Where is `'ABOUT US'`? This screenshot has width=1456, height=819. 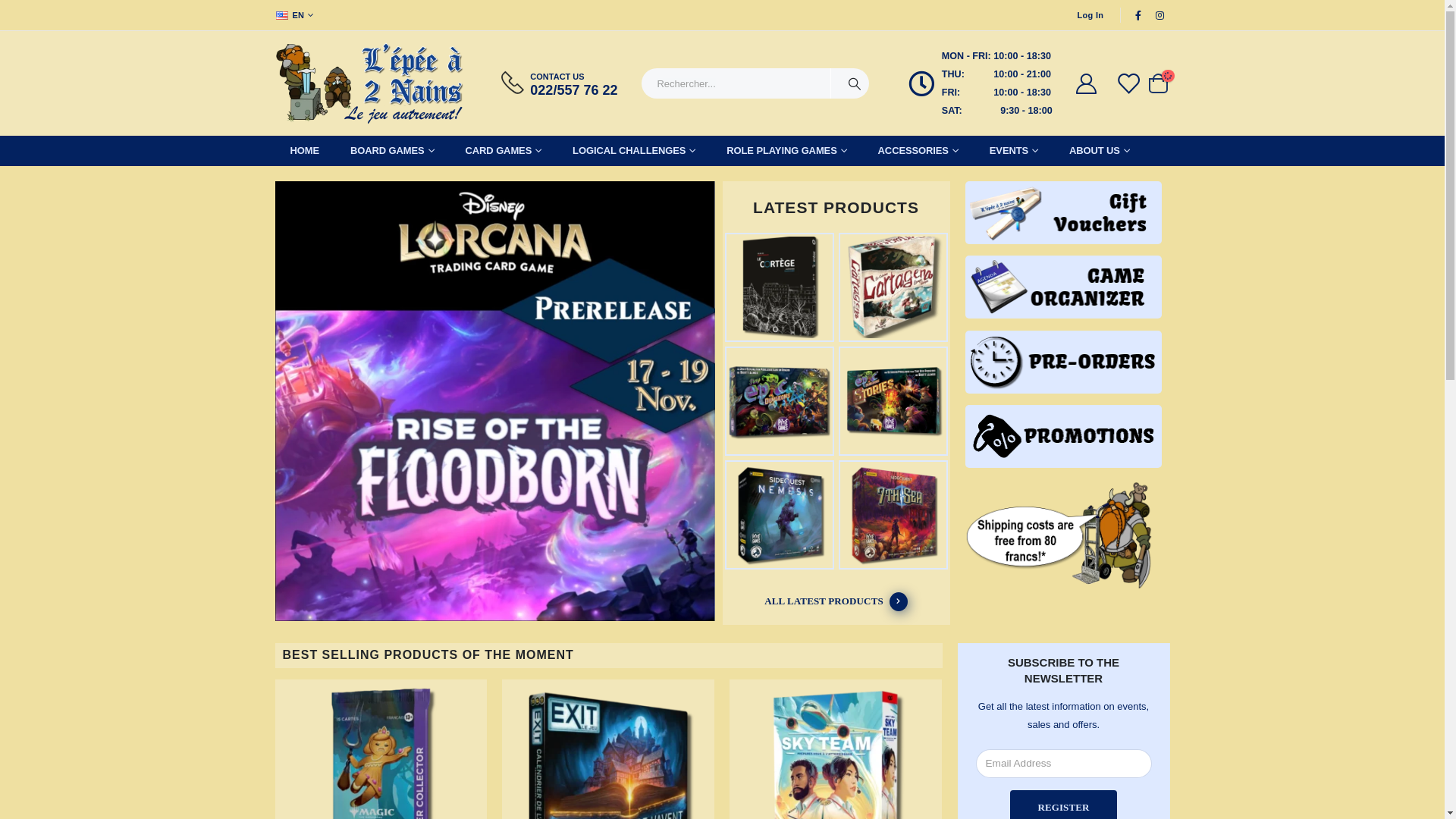
'ABOUT US' is located at coordinates (1099, 151).